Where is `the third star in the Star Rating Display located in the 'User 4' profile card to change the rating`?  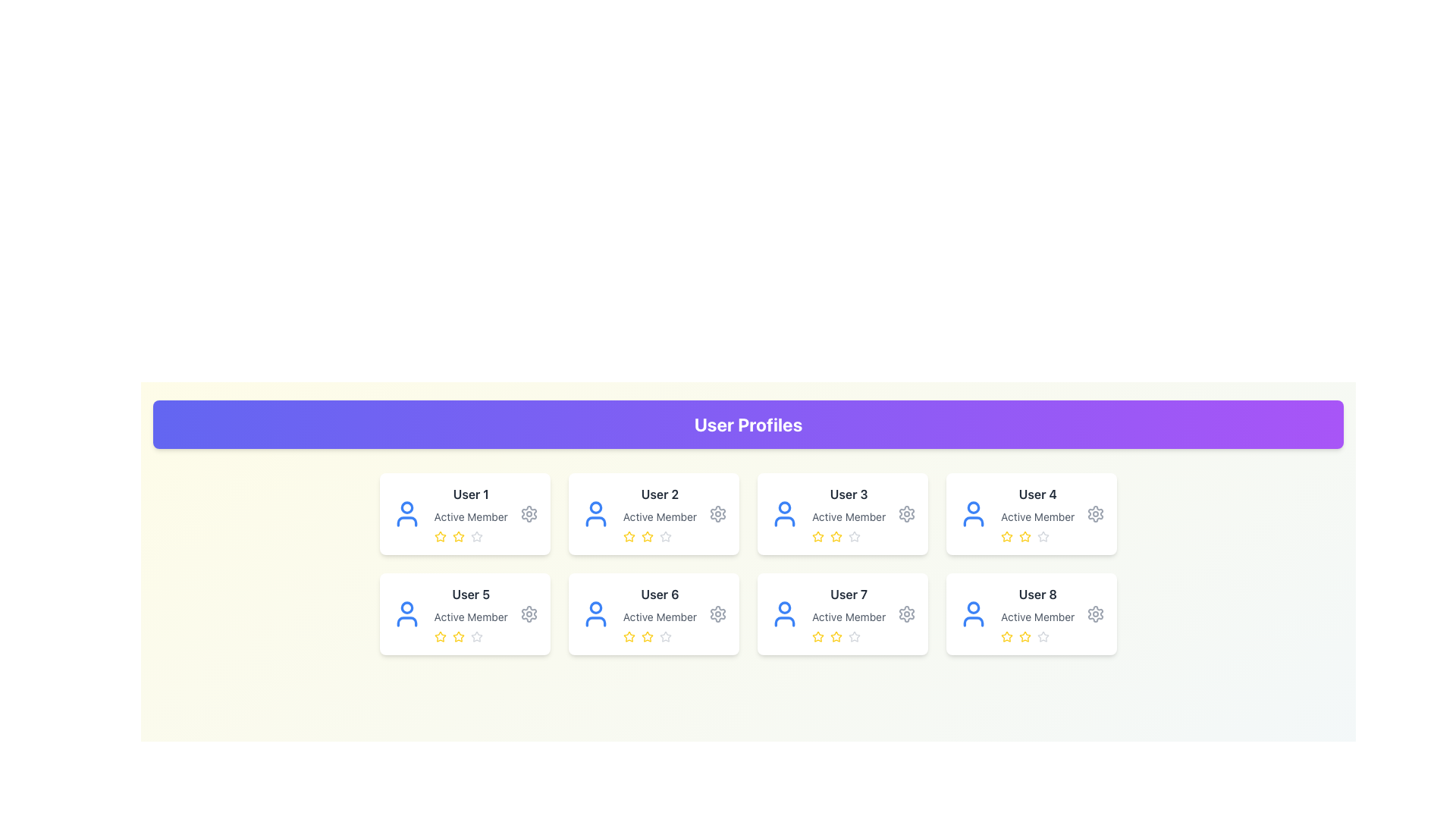
the third star in the Star Rating Display located in the 'User 4' profile card to change the rating is located at coordinates (1037, 536).